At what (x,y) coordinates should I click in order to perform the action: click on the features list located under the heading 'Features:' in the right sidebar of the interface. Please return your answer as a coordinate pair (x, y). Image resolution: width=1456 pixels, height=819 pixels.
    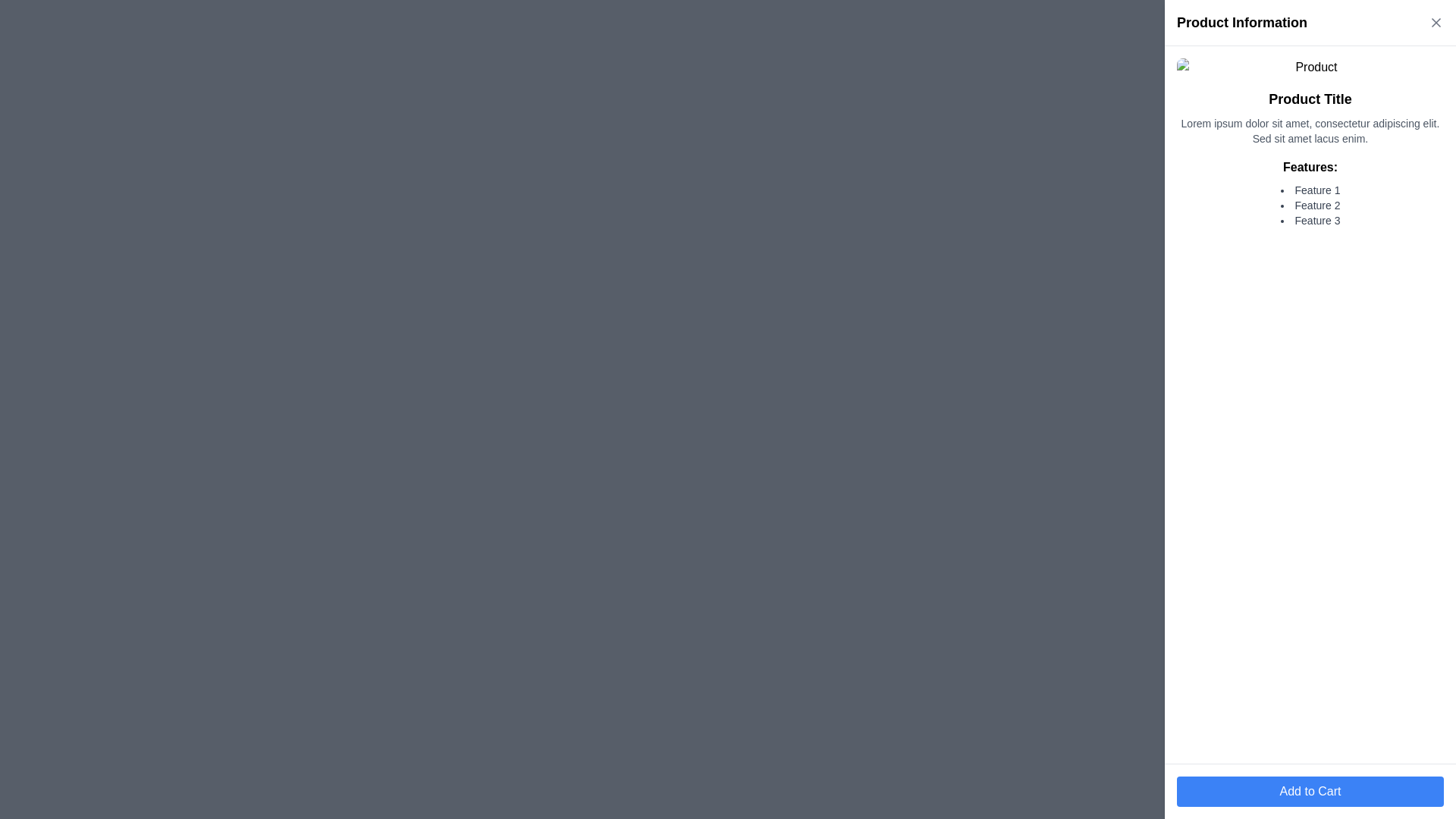
    Looking at the image, I should click on (1310, 205).